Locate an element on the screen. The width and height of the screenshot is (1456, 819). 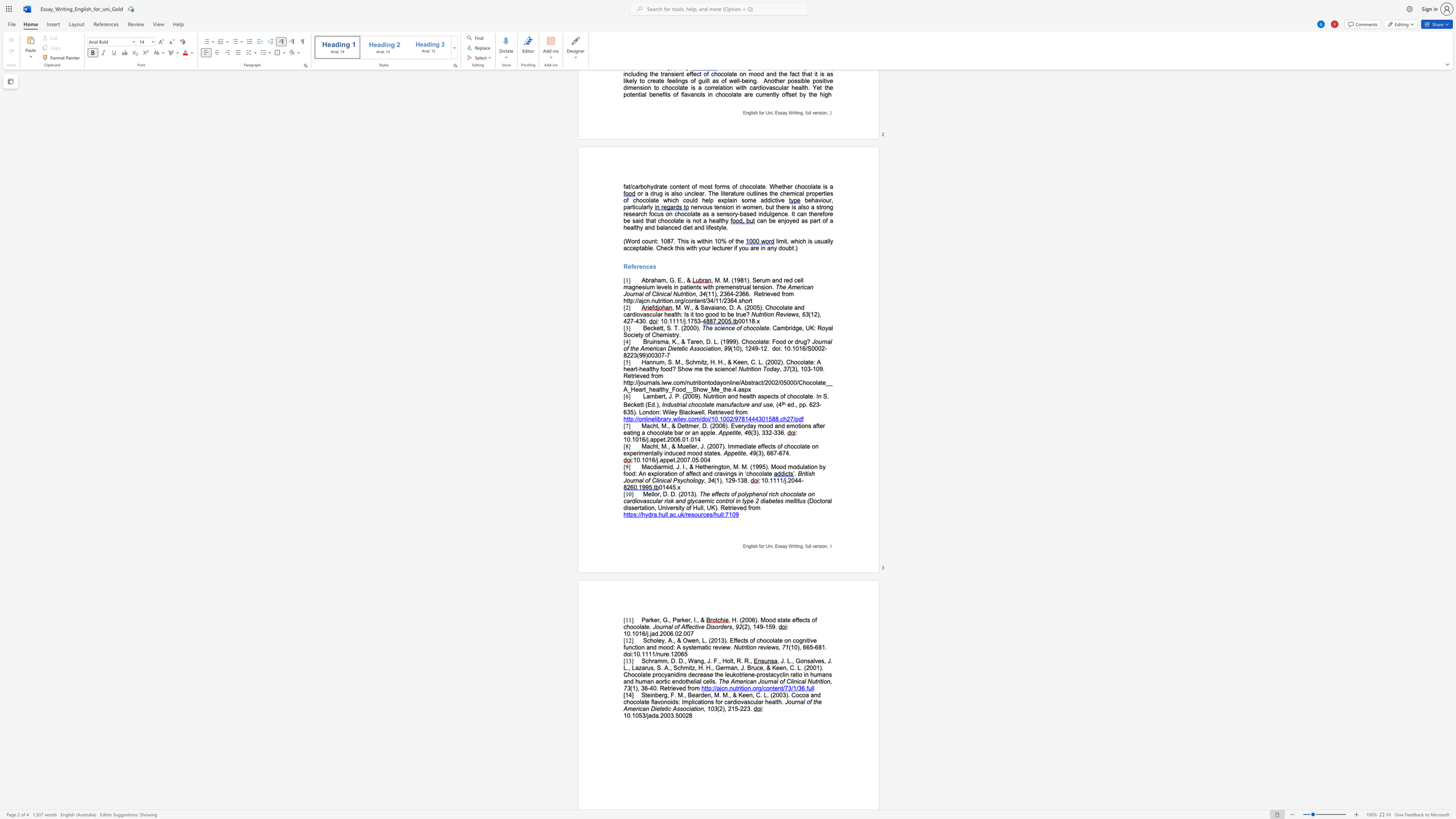
the subset text "rition re" within the text "Nutrition reviews" is located at coordinates (743, 647).